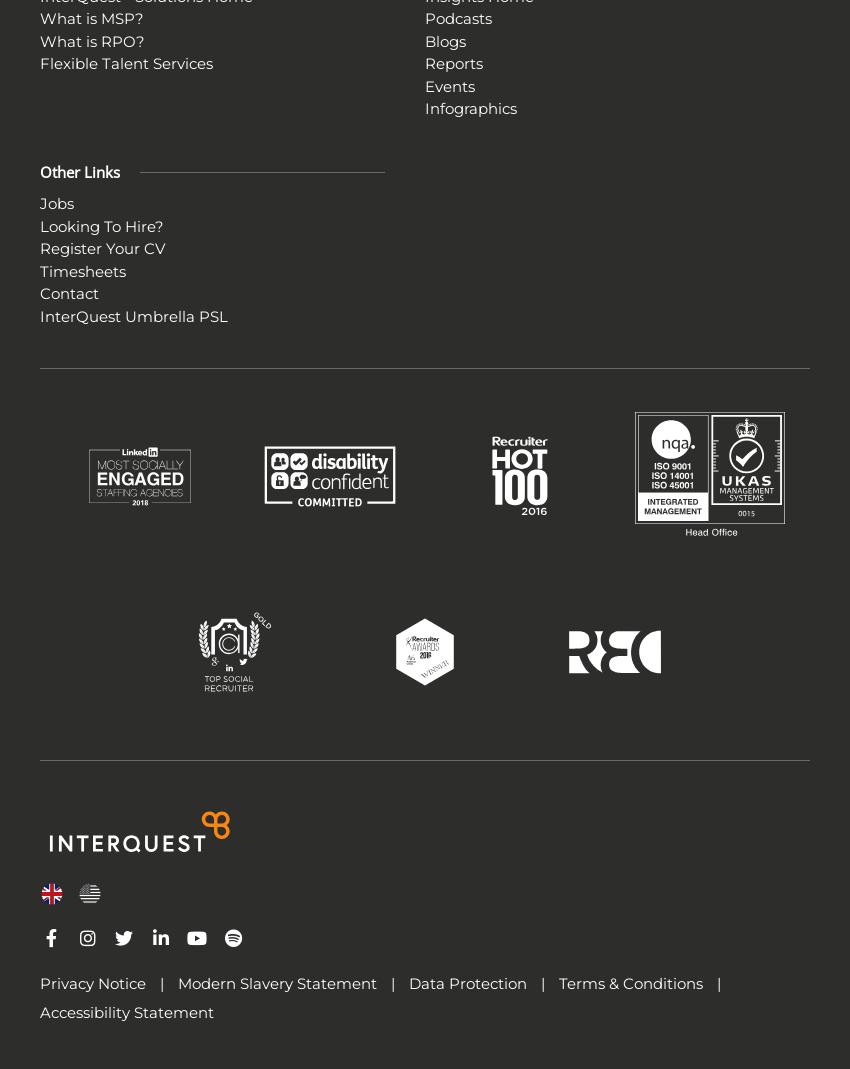  Describe the element at coordinates (630, 983) in the screenshot. I see `'Terms & Conditions'` at that location.